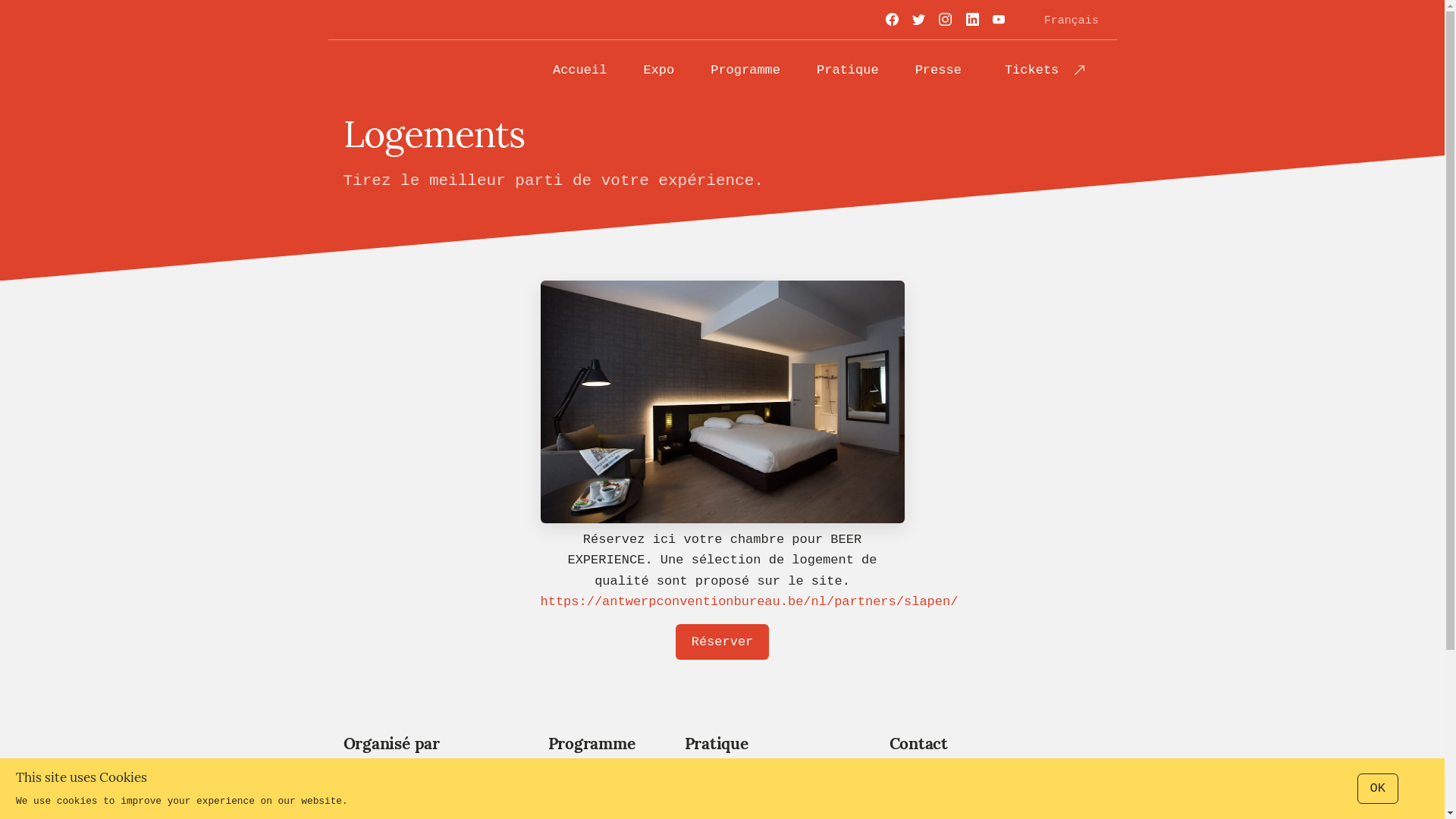 This screenshot has height=819, width=1456. I want to click on 'Programme', so click(691, 70).